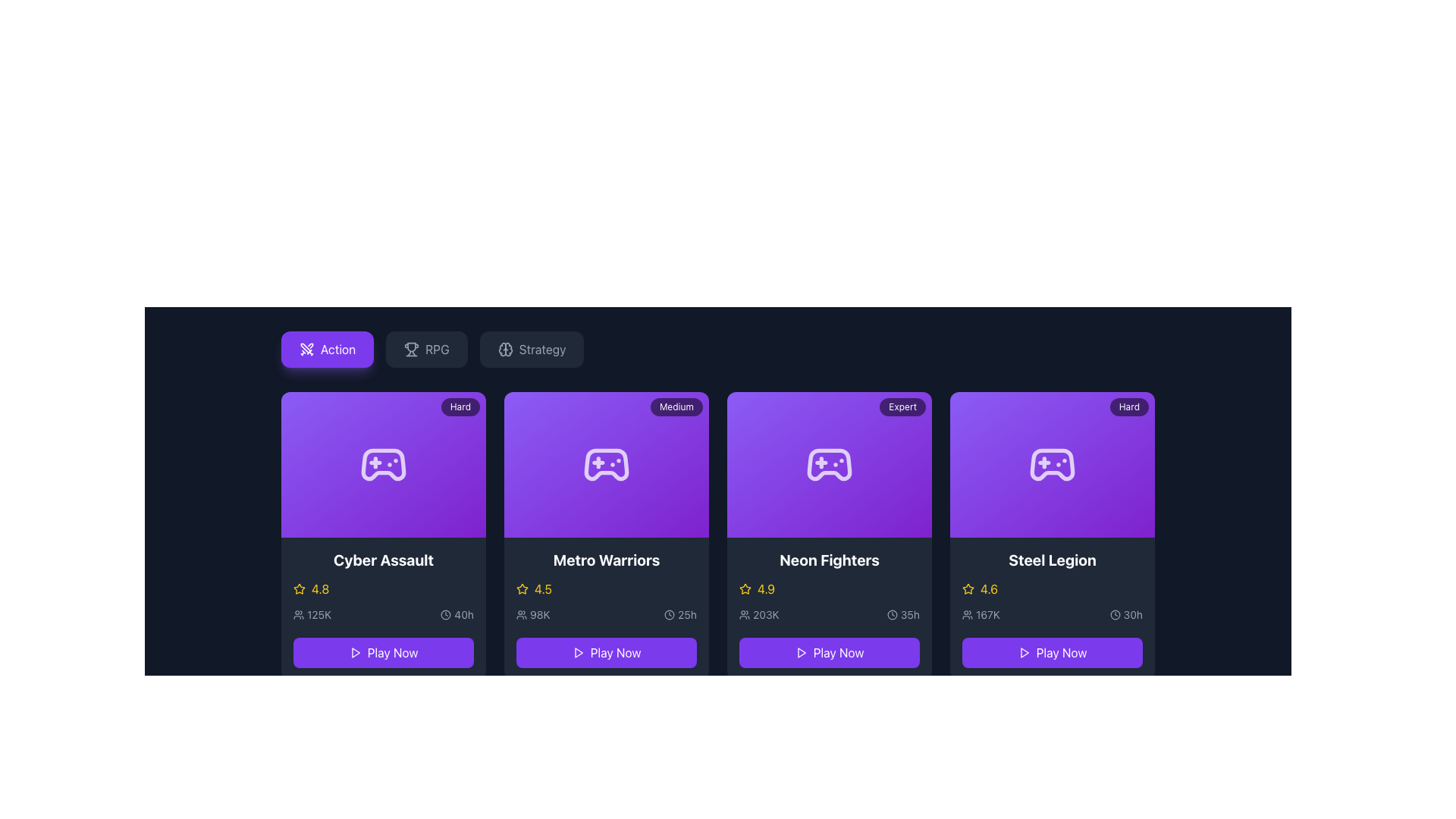 The image size is (1456, 819). I want to click on the numeric data displaying '98K' users in the 'Metro Warriors' card to potentially reveal more details, so click(607, 614).